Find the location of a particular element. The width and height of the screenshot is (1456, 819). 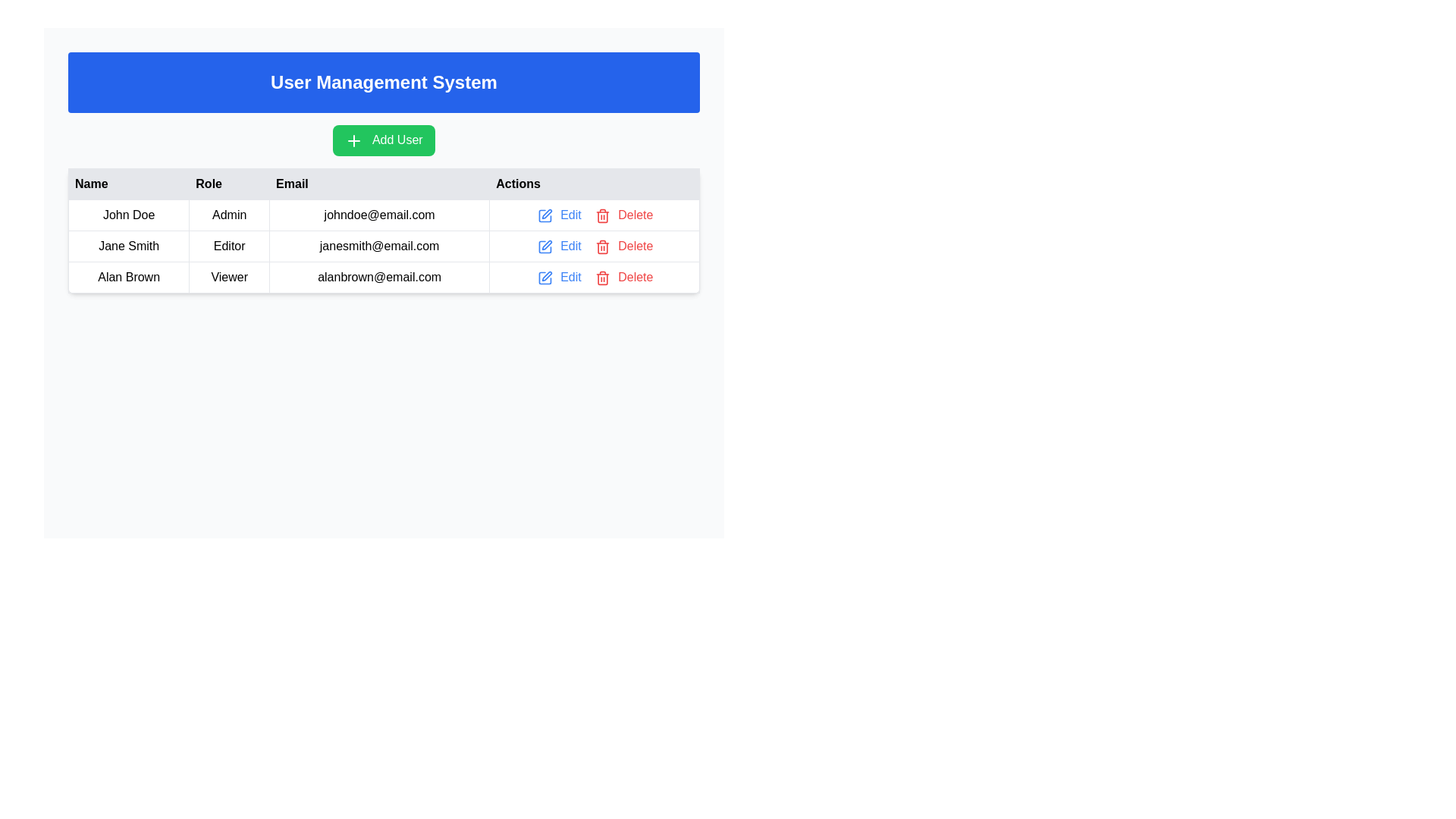

the header or banner indicating the 'User Management System', which is located at the top of the interface, above the 'Add User' button is located at coordinates (384, 82).